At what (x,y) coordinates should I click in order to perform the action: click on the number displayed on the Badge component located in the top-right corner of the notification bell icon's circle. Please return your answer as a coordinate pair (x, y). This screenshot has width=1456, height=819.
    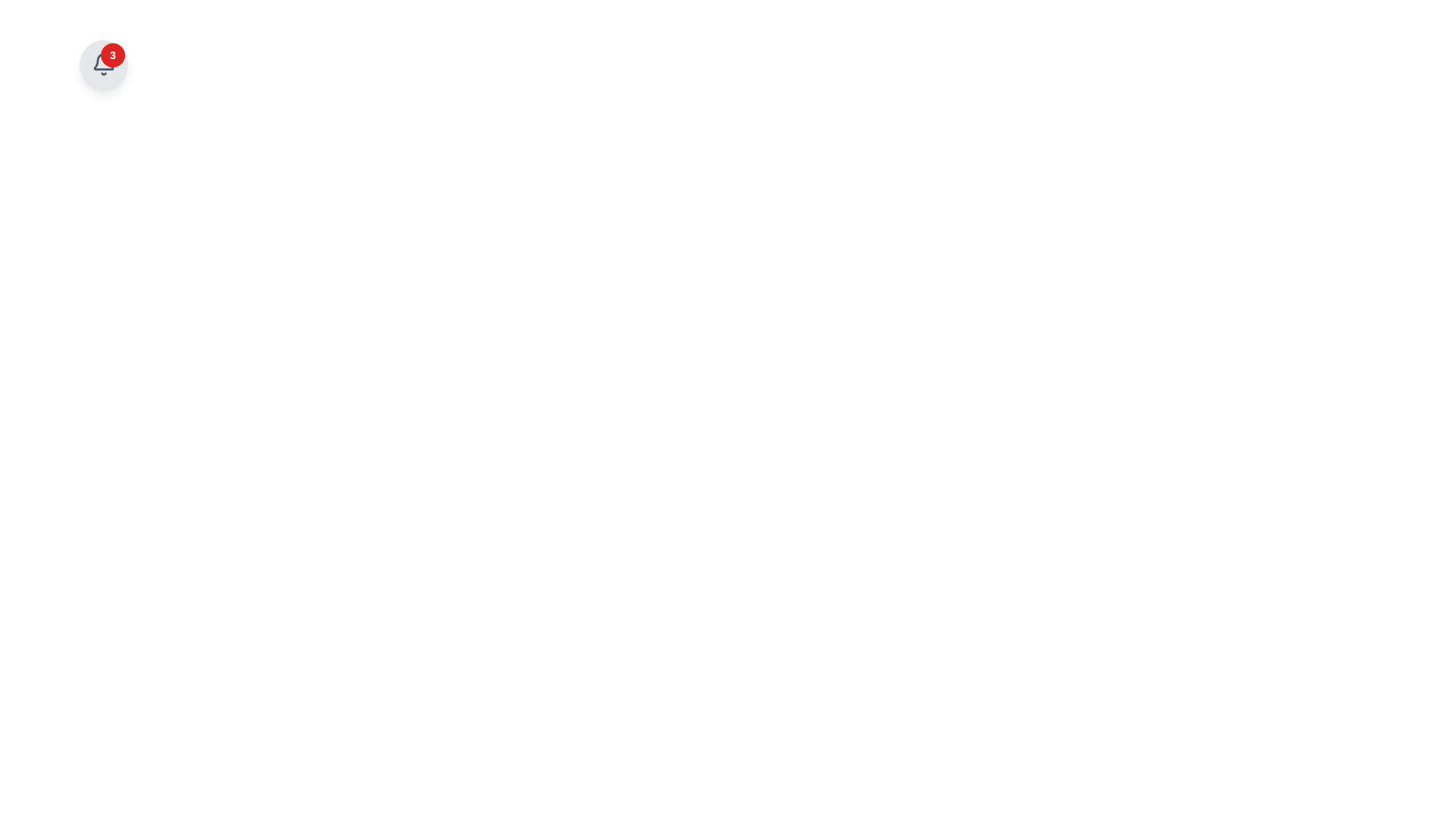
    Looking at the image, I should click on (111, 55).